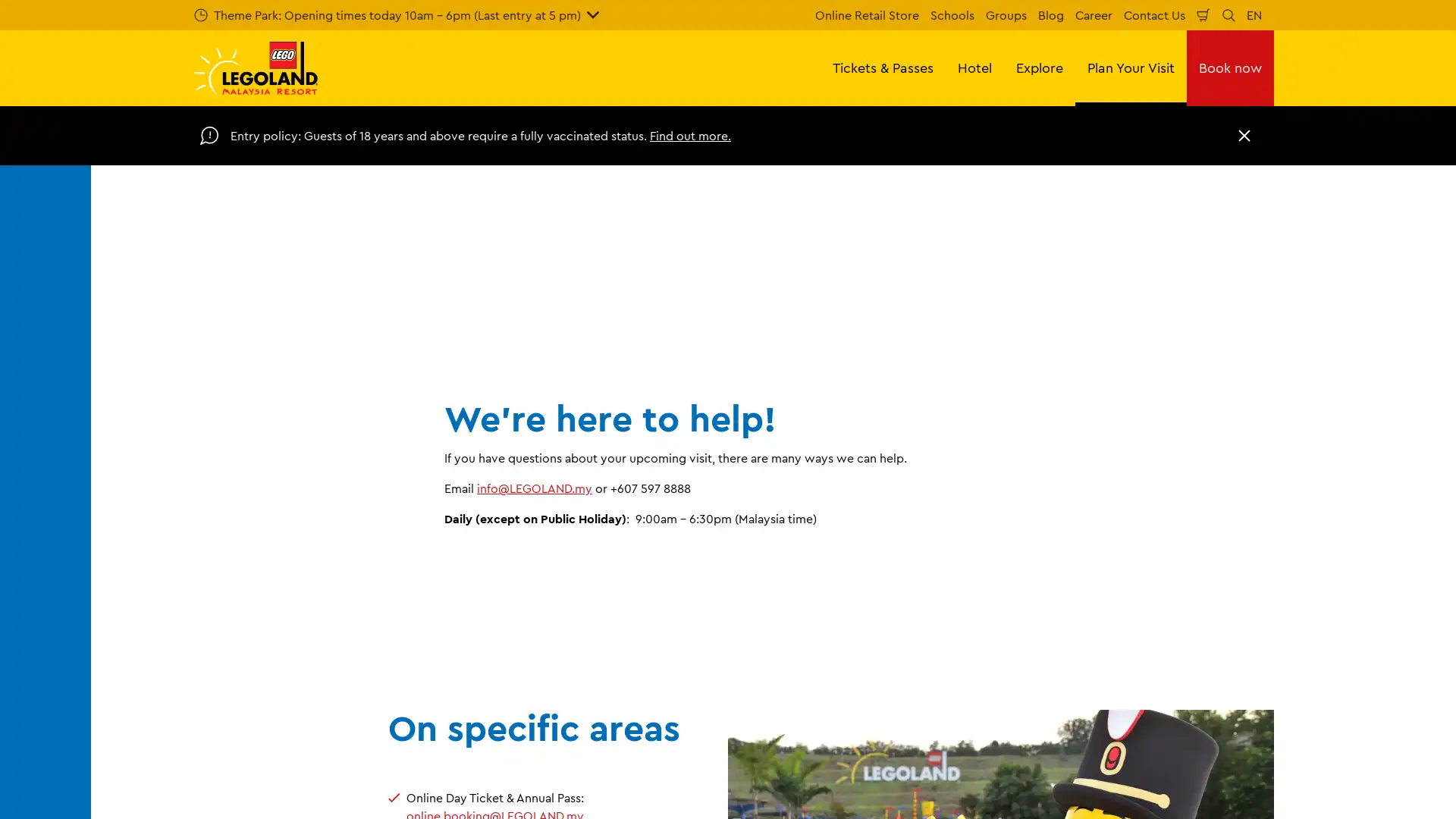 The height and width of the screenshot is (819, 1456). What do you see at coordinates (1244, 134) in the screenshot?
I see `Close` at bounding box center [1244, 134].